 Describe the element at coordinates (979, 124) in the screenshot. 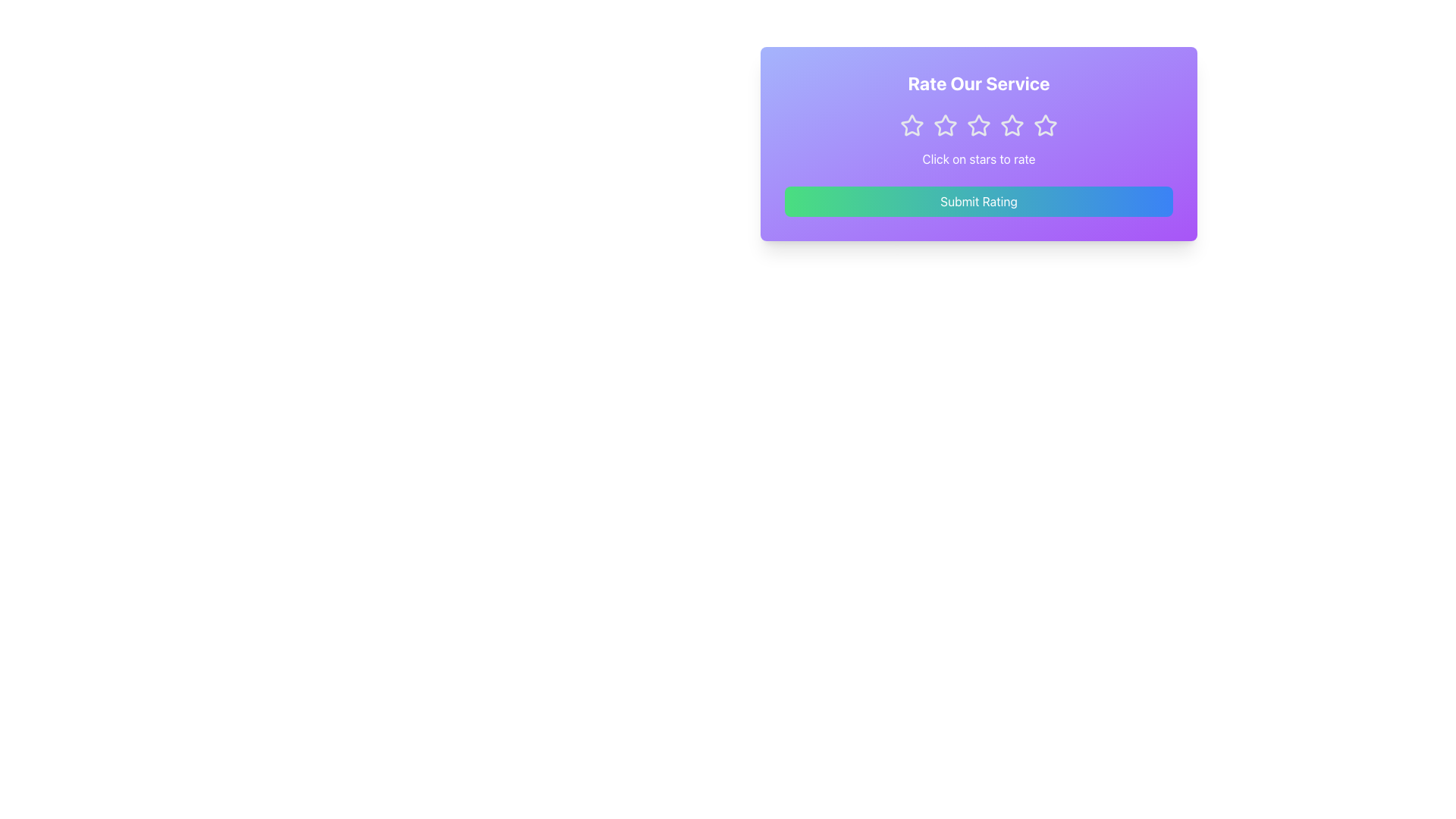

I see `the second star-shaped interactive icon in the rating system` at that location.